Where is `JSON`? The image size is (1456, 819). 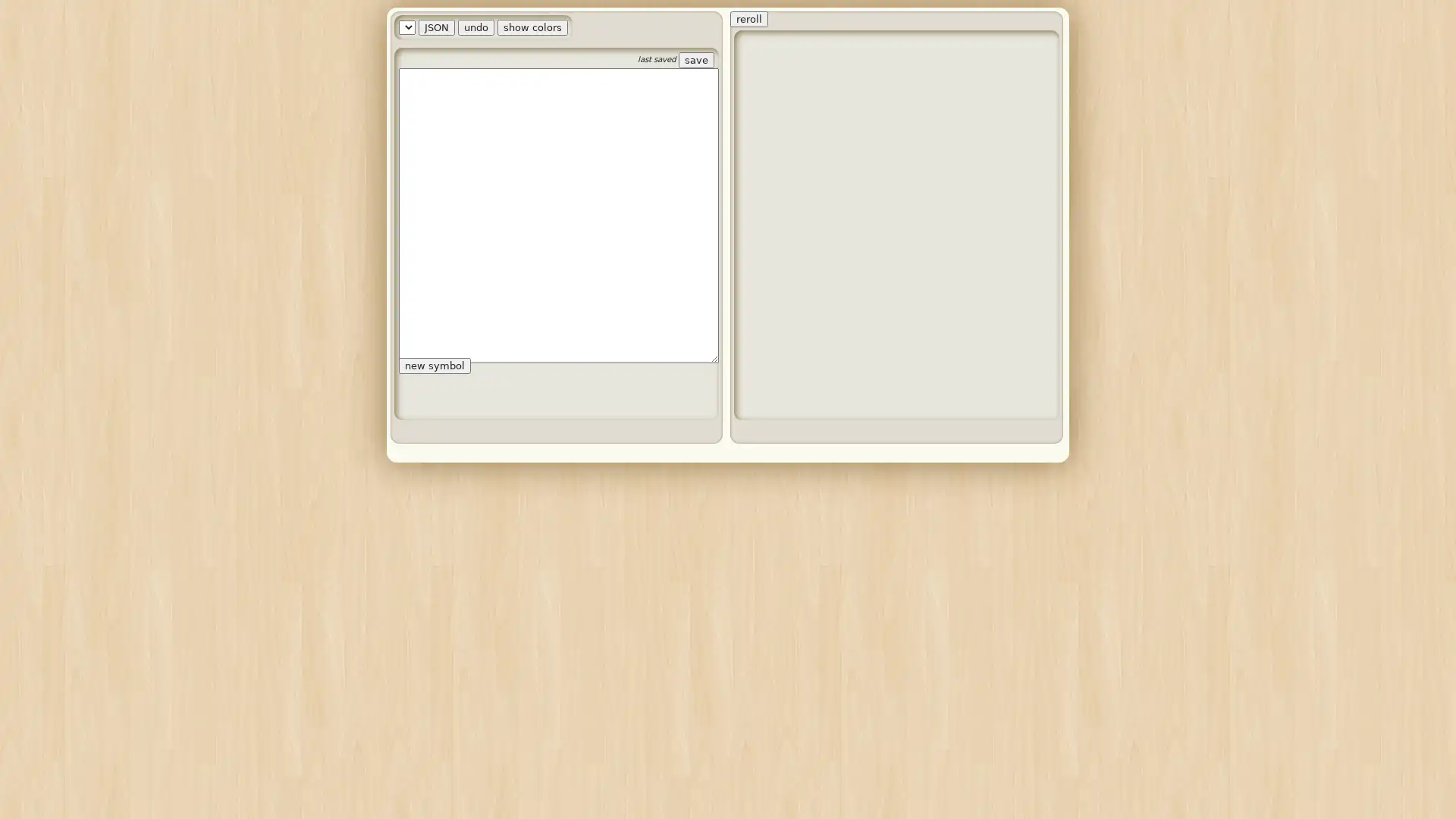 JSON is located at coordinates (506, 27).